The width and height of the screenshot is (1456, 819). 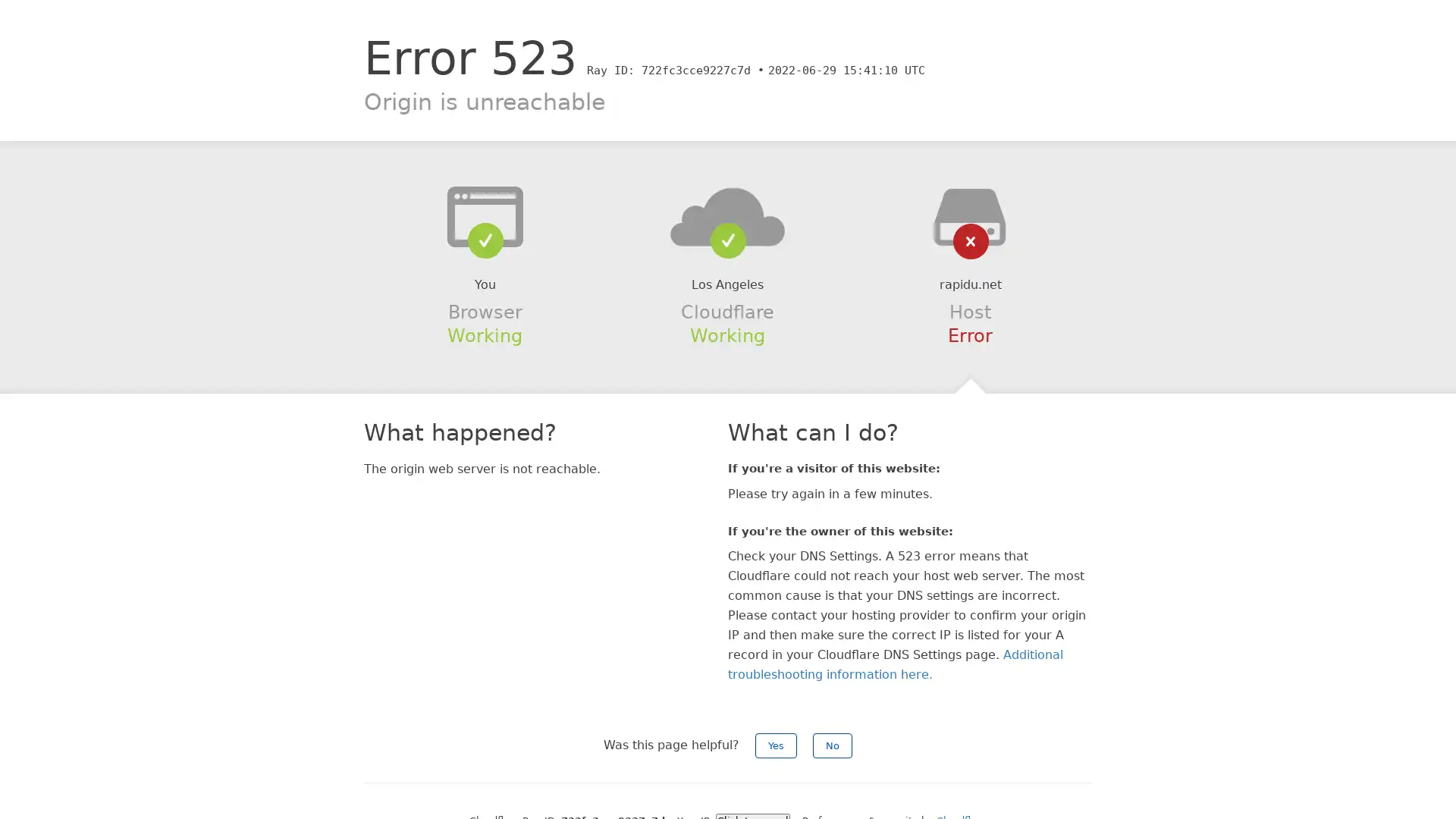 What do you see at coordinates (832, 745) in the screenshot?
I see `No` at bounding box center [832, 745].